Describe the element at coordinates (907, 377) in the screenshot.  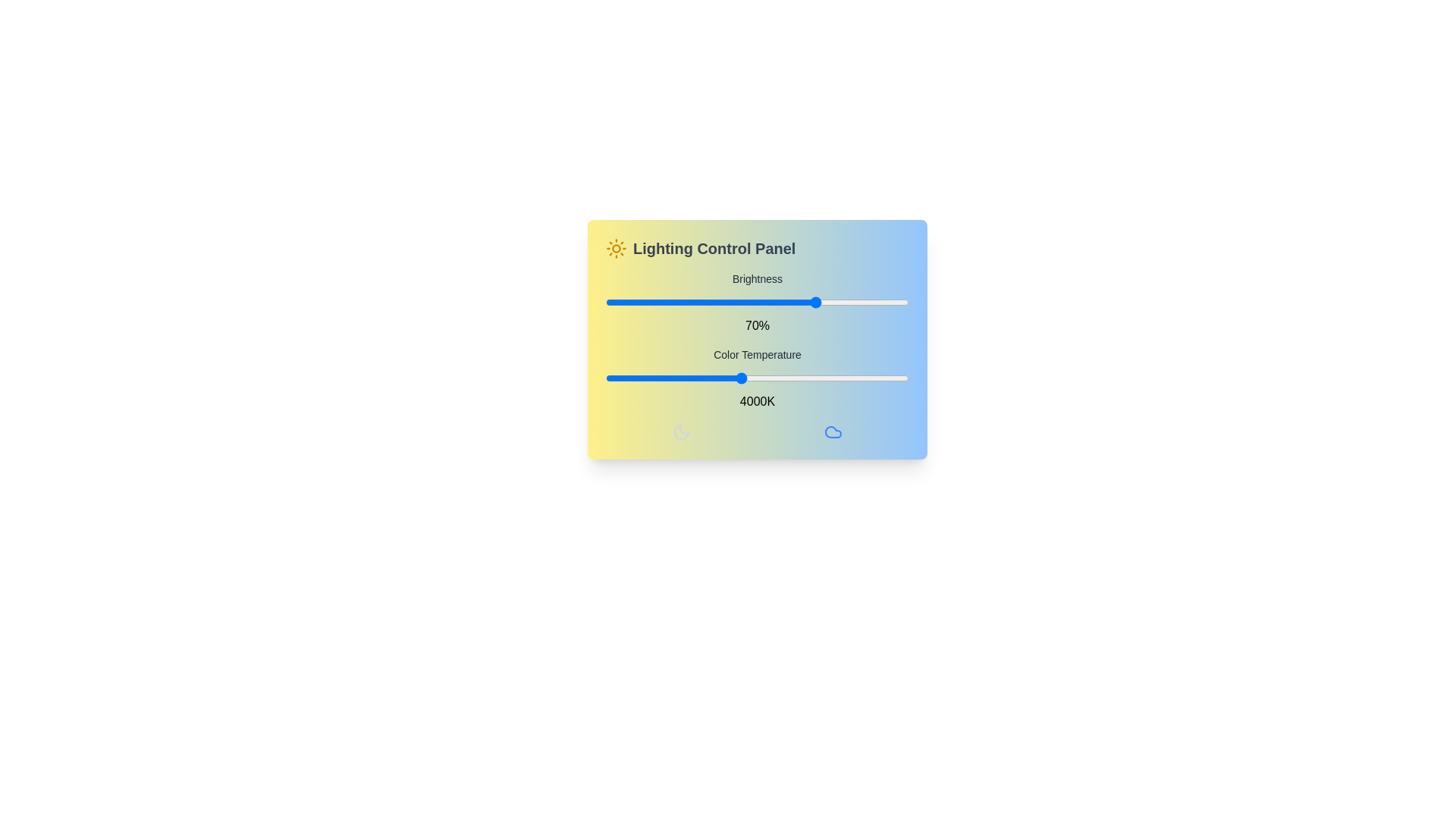
I see `the color temperature slider to 6473 K` at that location.